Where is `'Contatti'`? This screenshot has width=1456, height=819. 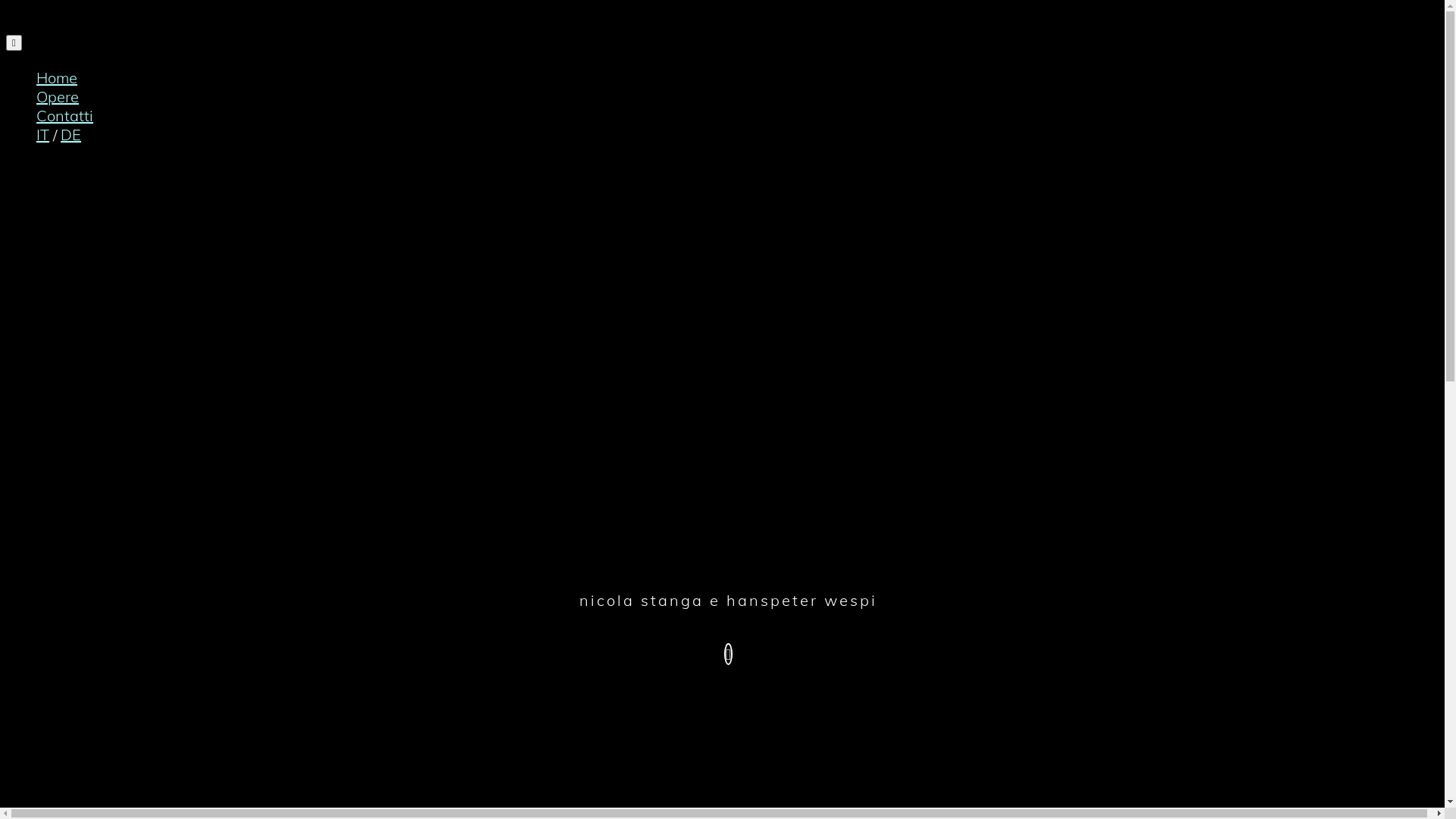 'Contatti' is located at coordinates (36, 115).